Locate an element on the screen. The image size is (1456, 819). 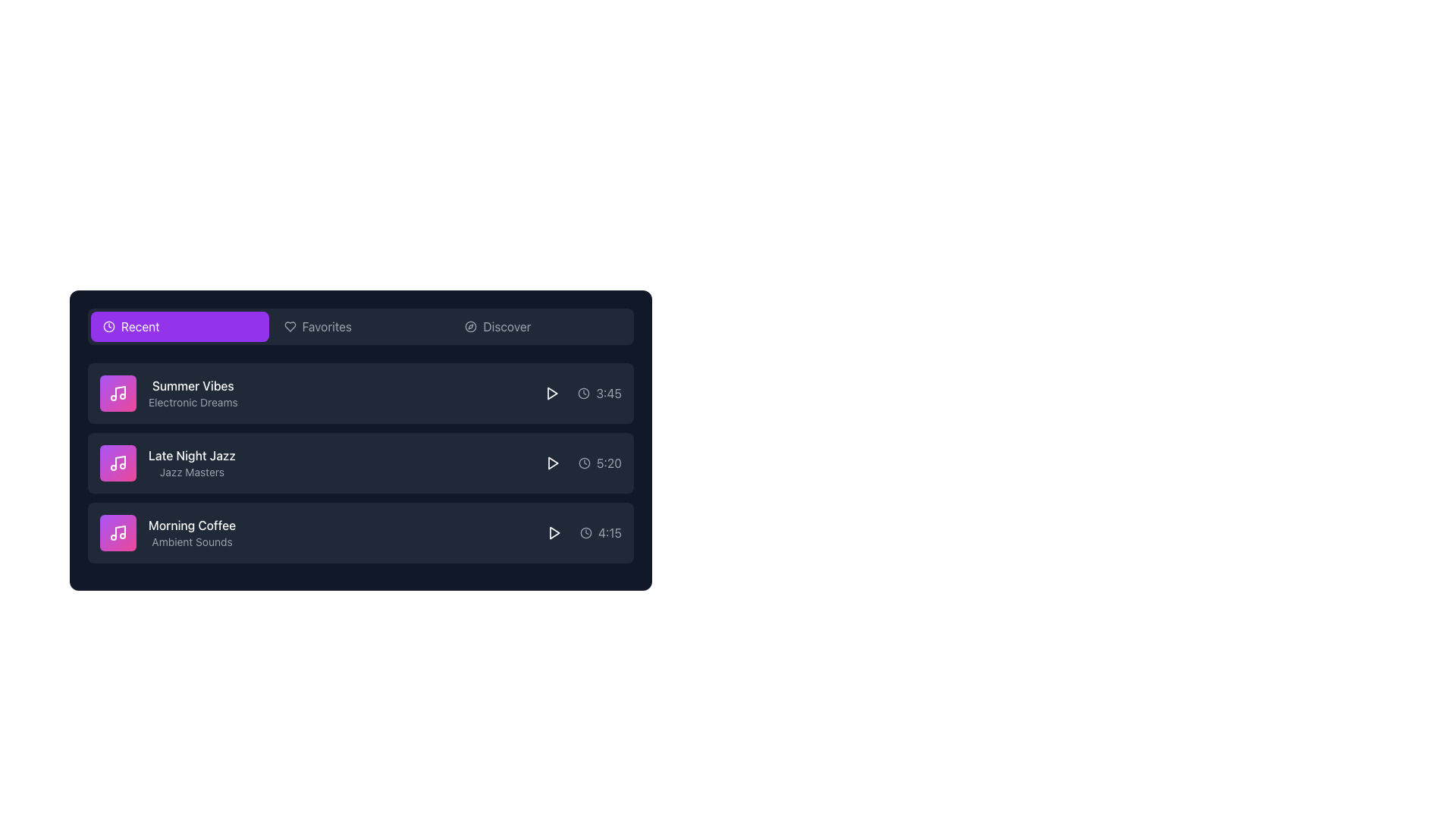
the text label displaying 'Late Night Jazz' in a medium-sized white font, which is positioned within a dark rectangular card, located below 'Summer Vibes' and above 'Morning Coffee' is located at coordinates (191, 462).